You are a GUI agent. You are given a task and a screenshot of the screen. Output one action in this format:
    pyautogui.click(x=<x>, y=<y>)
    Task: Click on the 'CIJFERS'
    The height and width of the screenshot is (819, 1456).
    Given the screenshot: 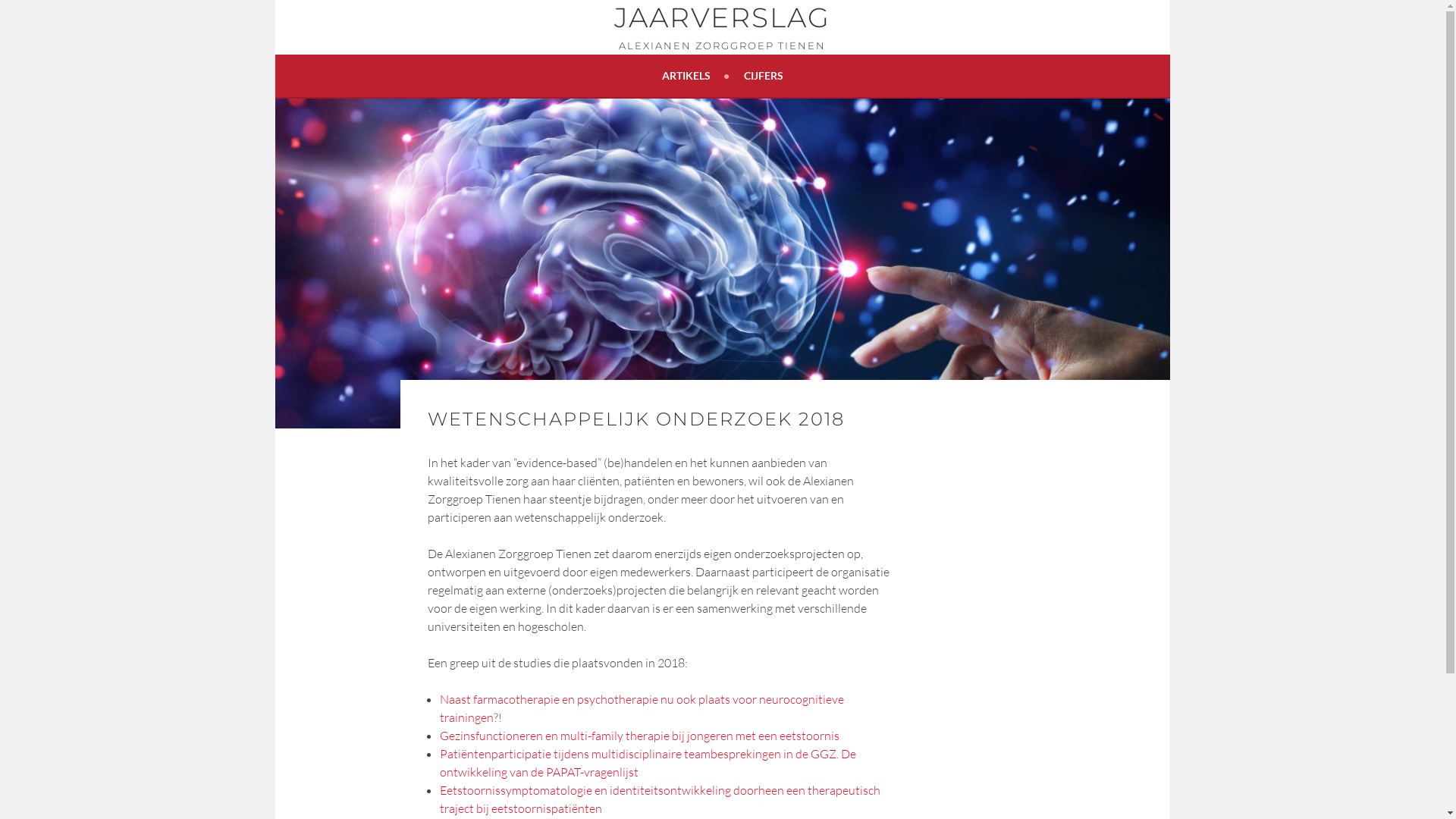 What is the action you would take?
    pyautogui.click(x=763, y=76)
    